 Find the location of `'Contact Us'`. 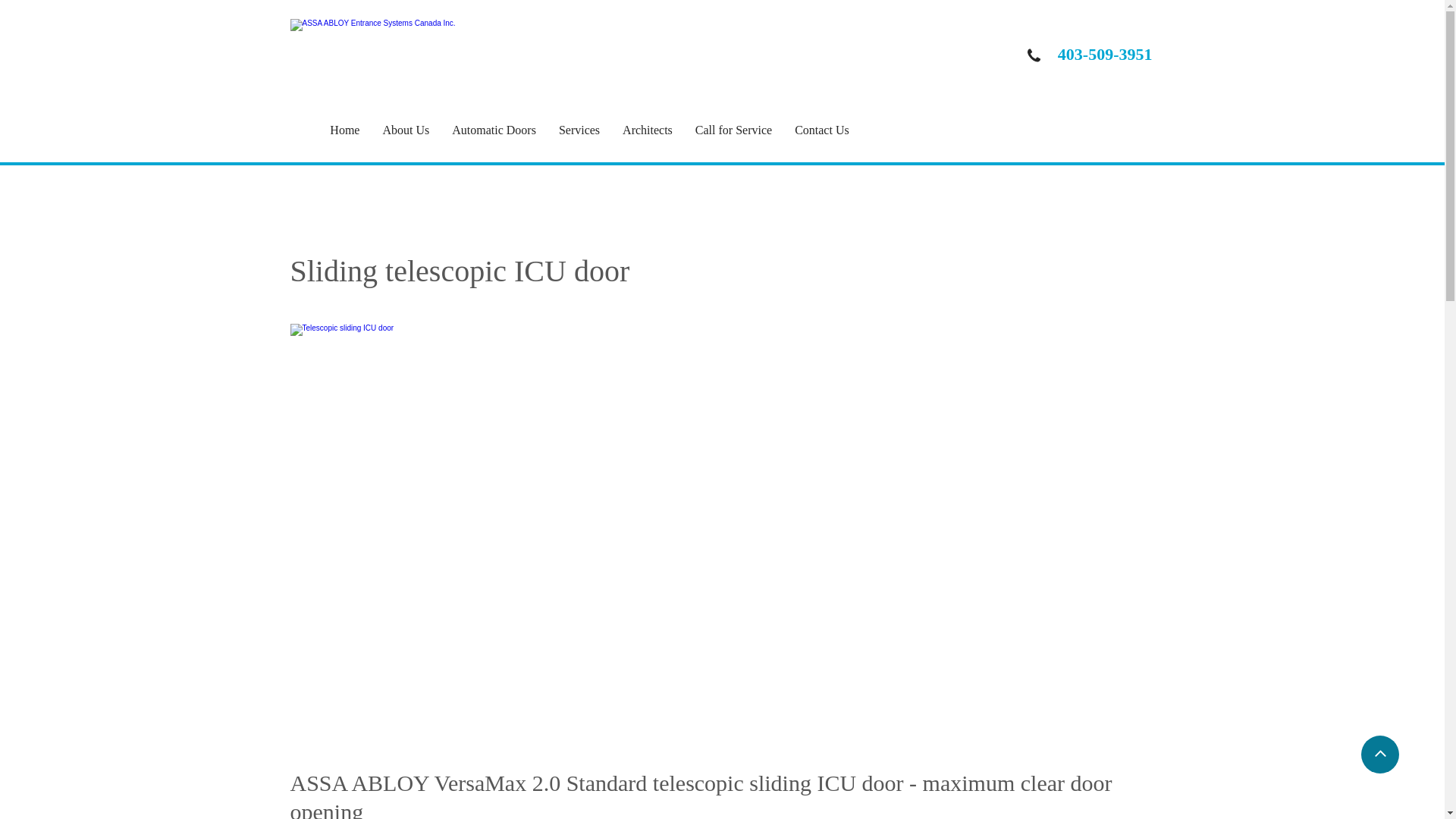

'Contact Us' is located at coordinates (833, 130).